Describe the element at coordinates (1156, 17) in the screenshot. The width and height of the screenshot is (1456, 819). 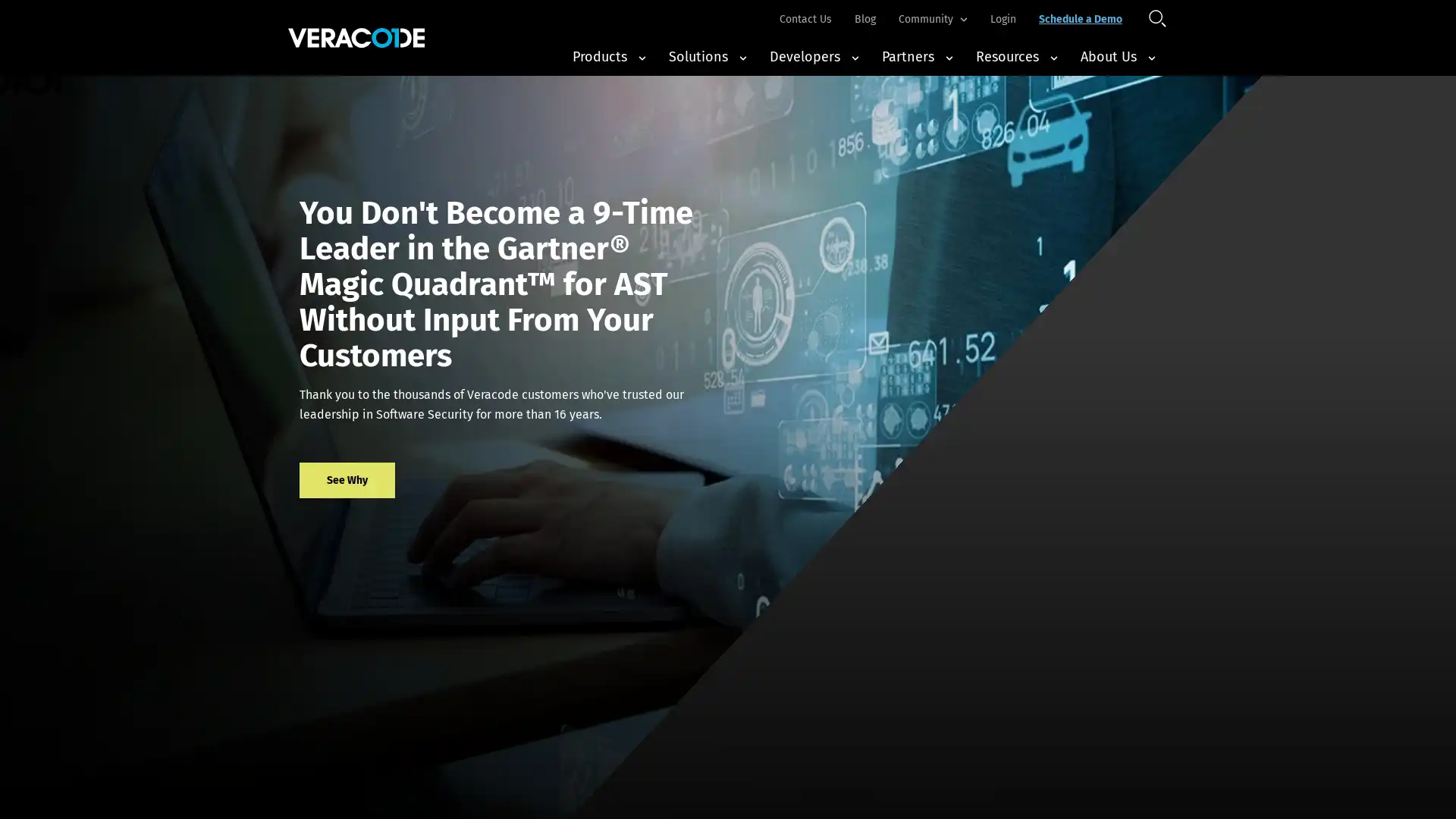
I see `Open Search` at that location.